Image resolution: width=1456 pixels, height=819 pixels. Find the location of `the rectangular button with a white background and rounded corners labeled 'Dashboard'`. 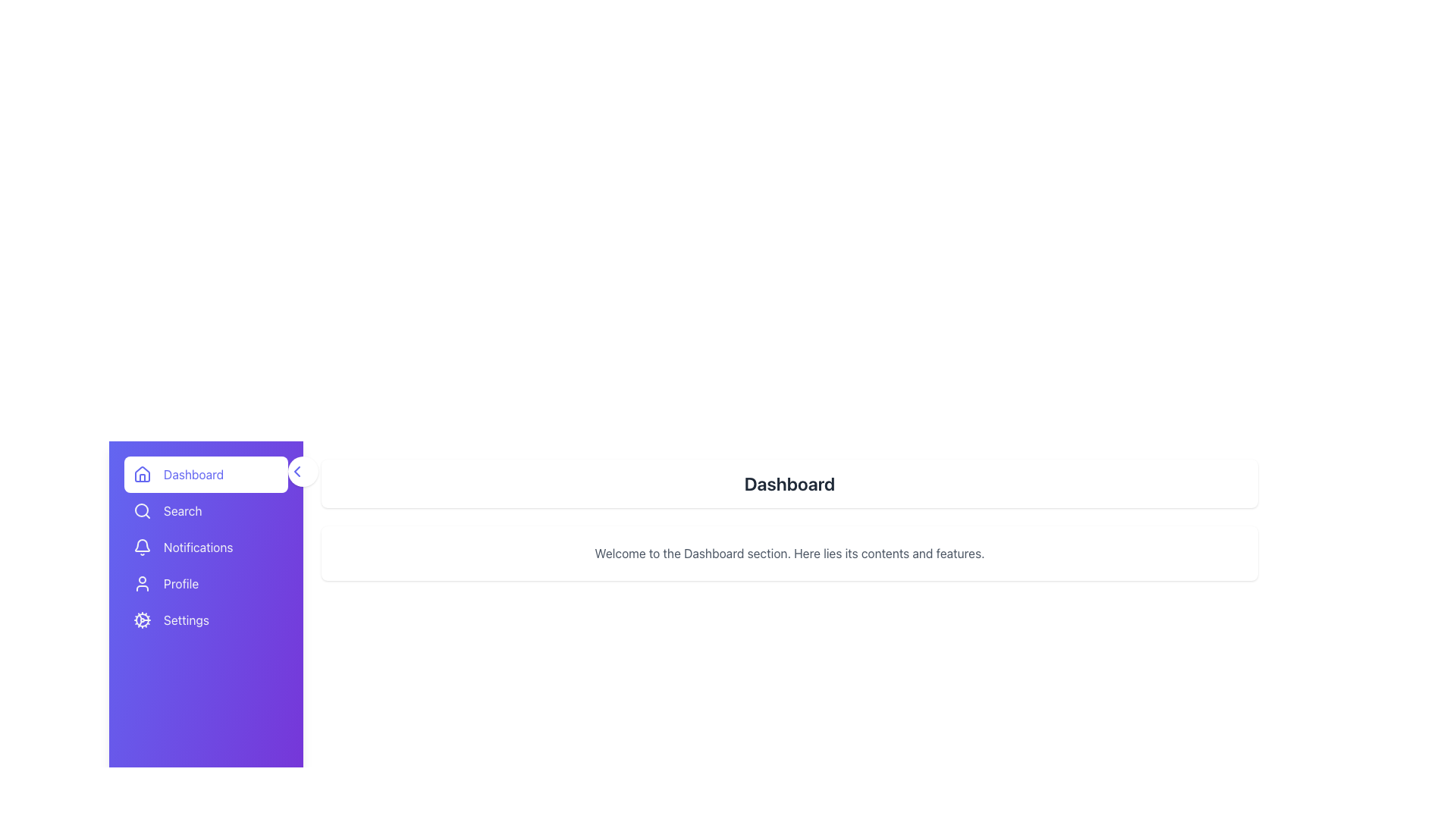

the rectangular button with a white background and rounded corners labeled 'Dashboard' is located at coordinates (206, 473).